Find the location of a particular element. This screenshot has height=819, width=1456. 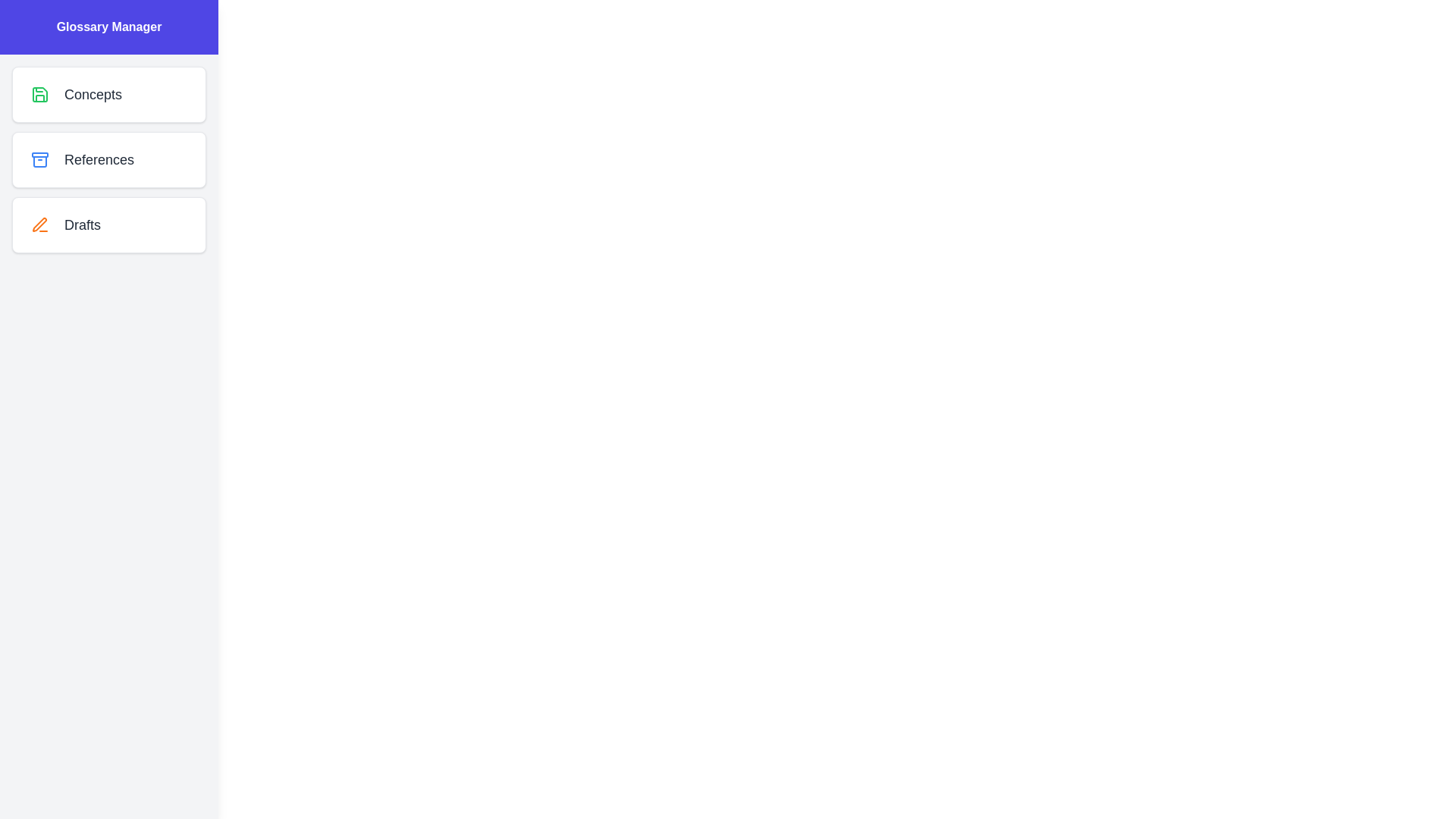

the icon next to the Drafts category is located at coordinates (39, 225).